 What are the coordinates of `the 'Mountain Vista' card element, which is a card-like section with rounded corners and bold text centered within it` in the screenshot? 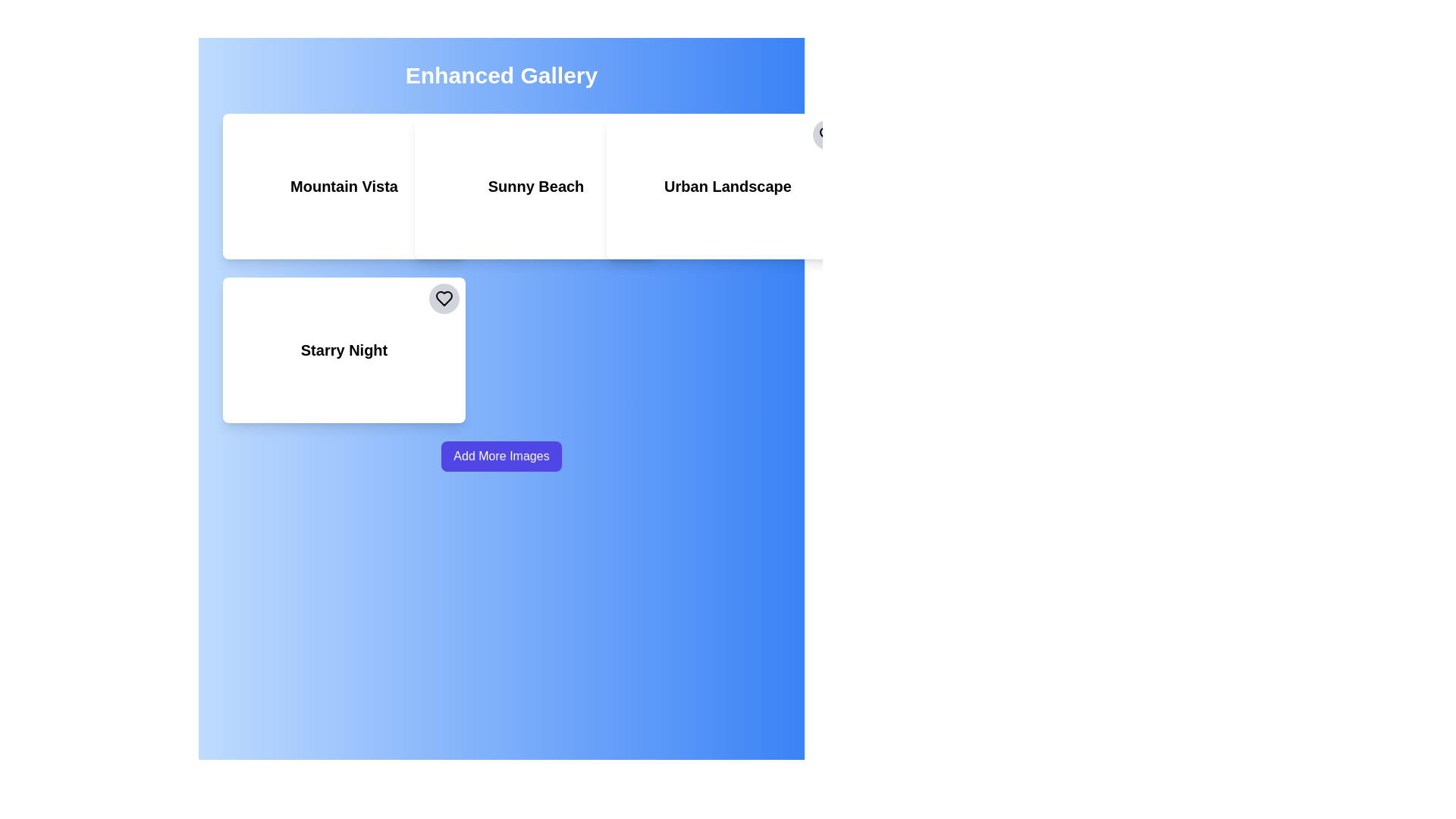 It's located at (344, 186).